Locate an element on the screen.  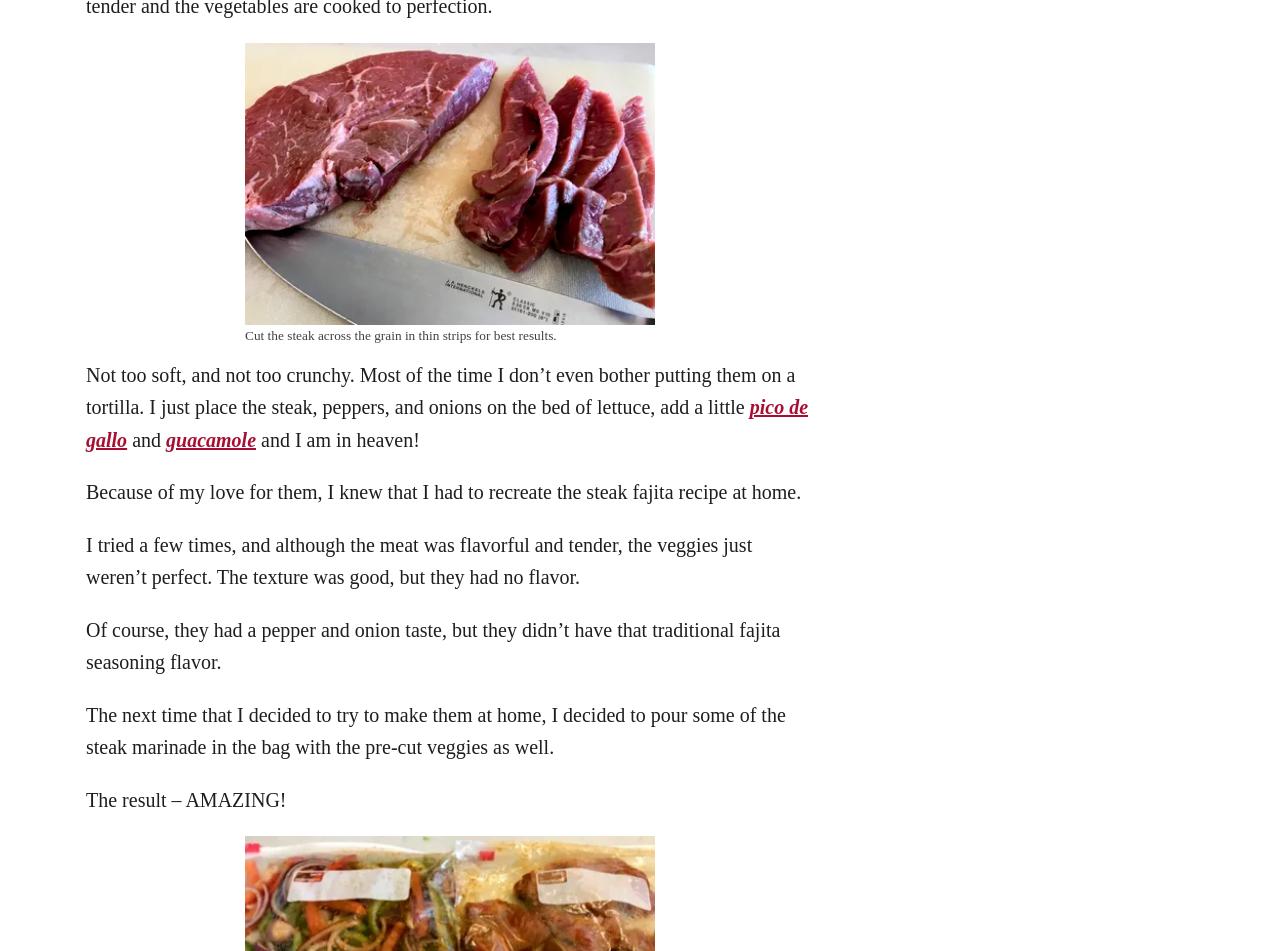
'guacamole' is located at coordinates (210, 438).